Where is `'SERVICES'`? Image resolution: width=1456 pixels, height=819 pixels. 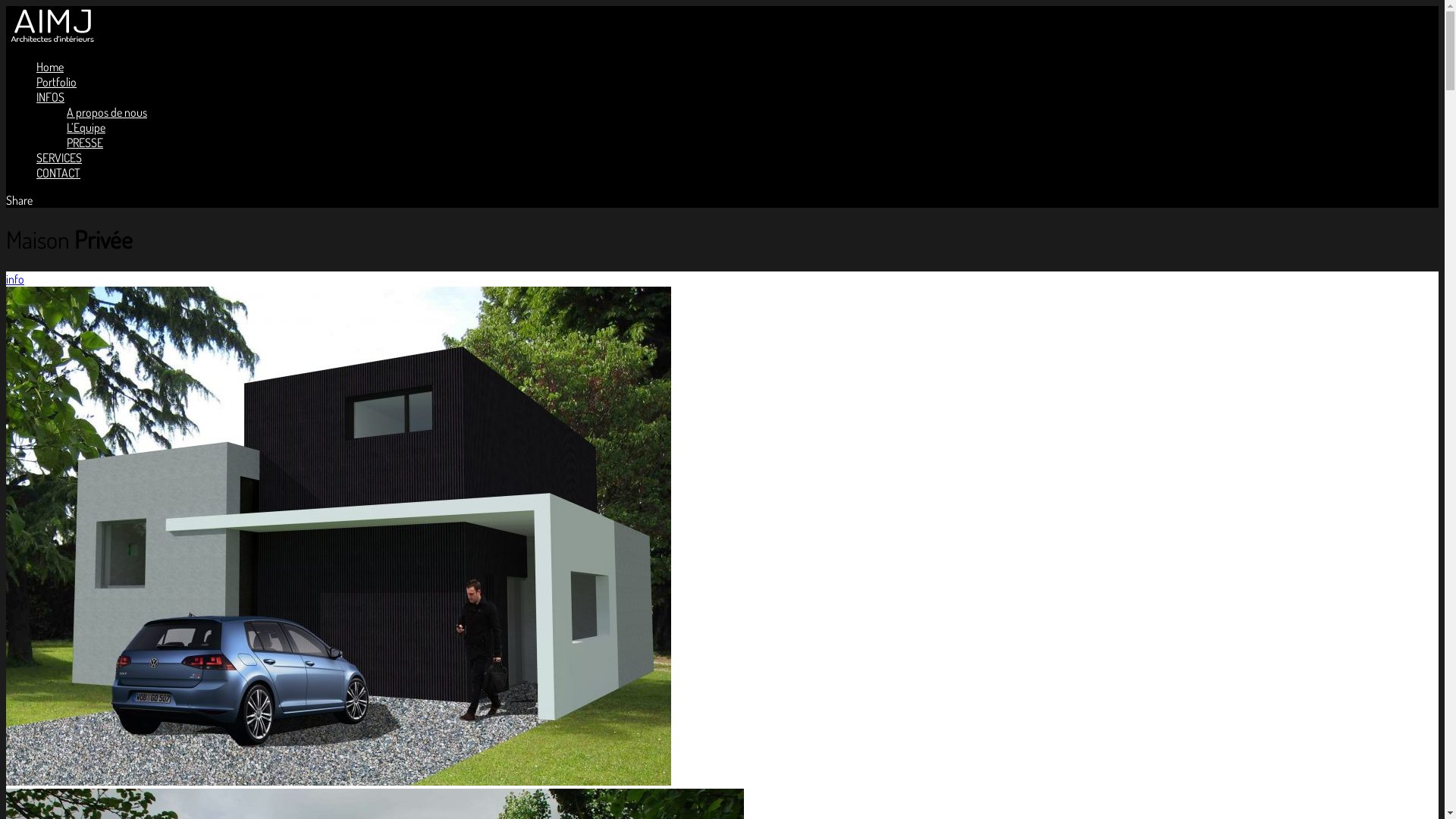 'SERVICES' is located at coordinates (58, 158).